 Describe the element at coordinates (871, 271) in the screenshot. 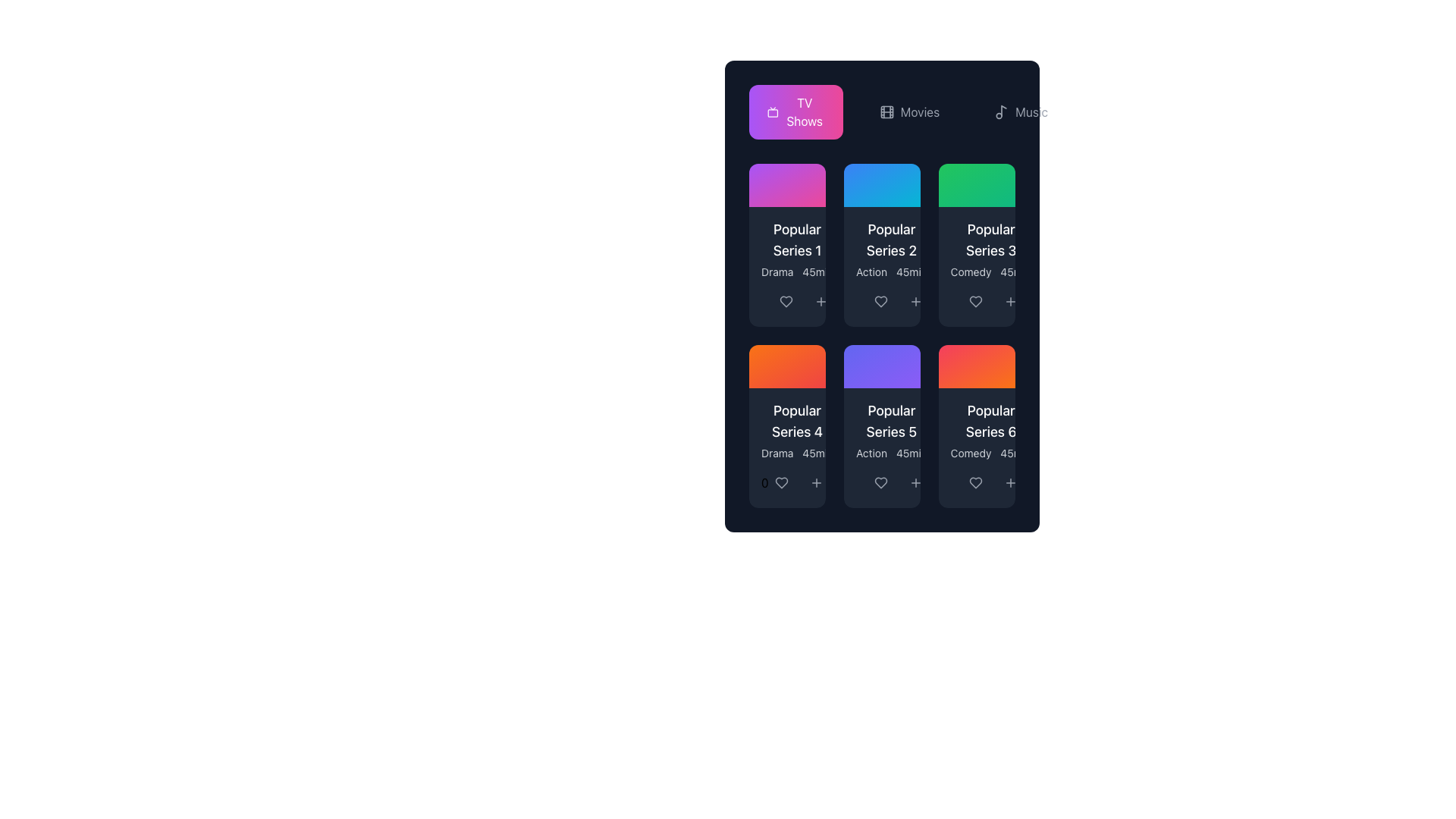

I see `text content of the label indicating the genre of the series, which is located in the bottom-left portion of the 'Popular Series 5' card in the second row and second column of the grid layout` at that location.